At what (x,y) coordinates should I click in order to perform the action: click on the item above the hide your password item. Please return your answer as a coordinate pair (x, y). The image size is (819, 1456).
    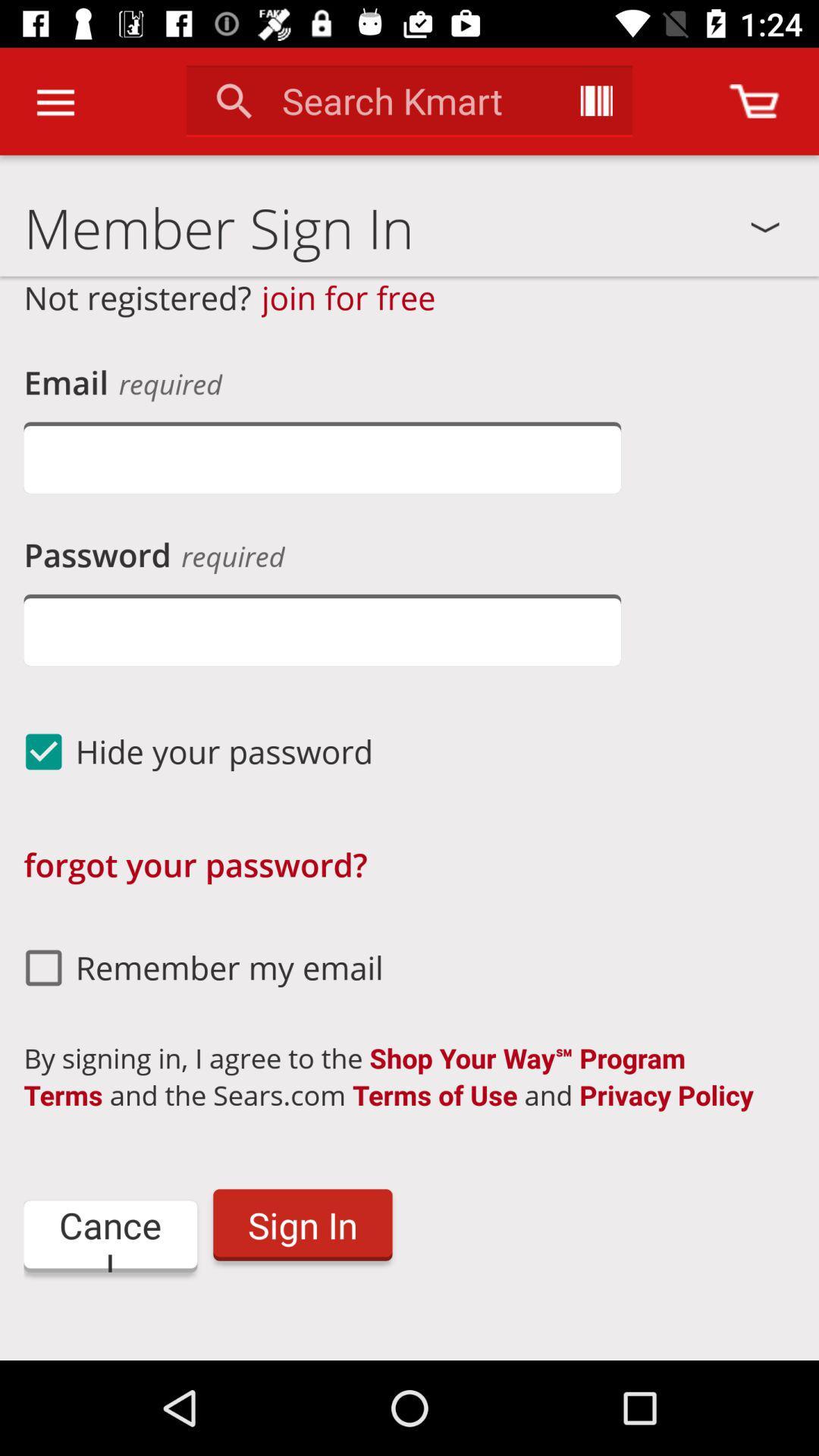
    Looking at the image, I should click on (322, 629).